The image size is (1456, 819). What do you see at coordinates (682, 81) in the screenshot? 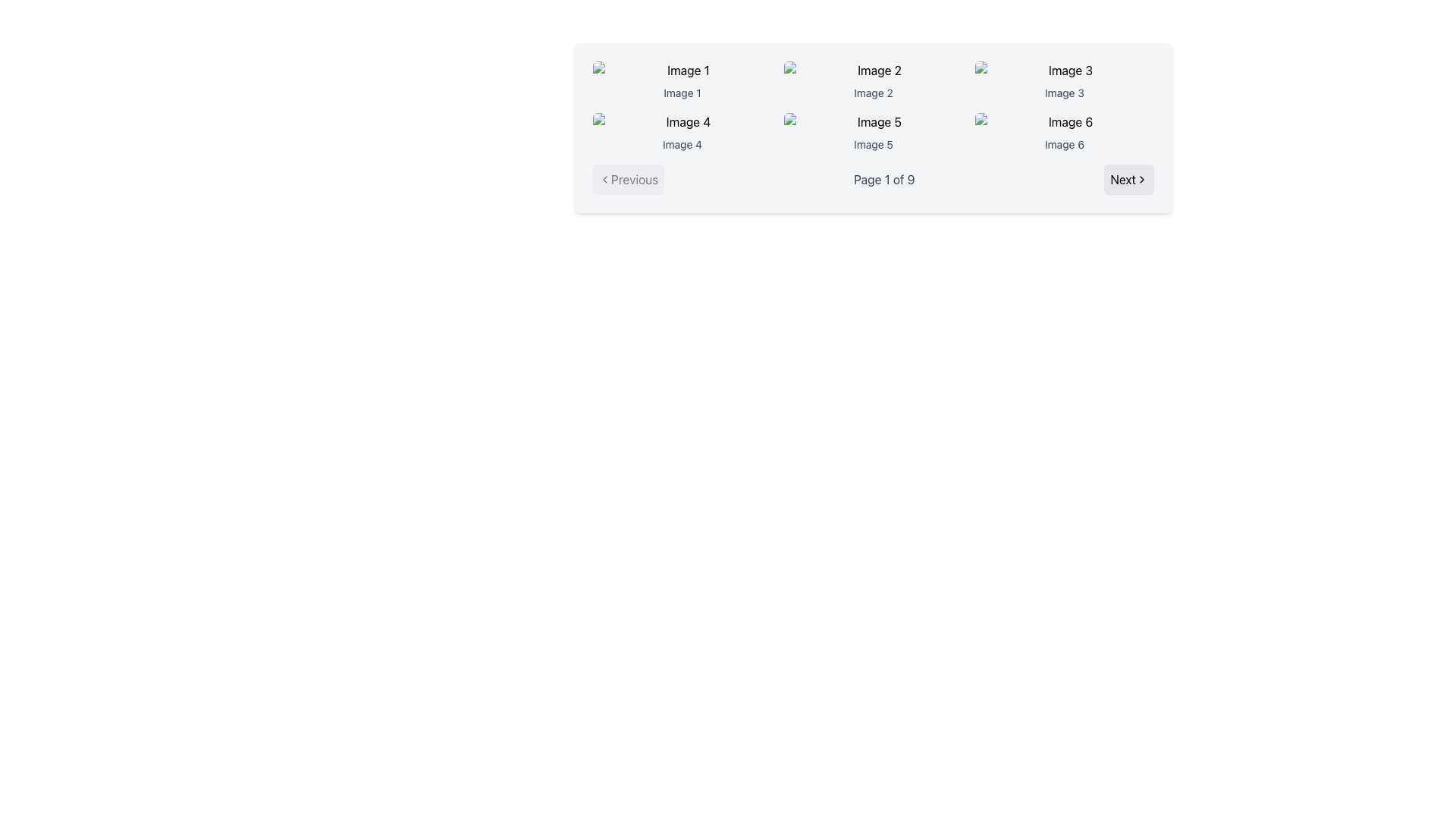
I see `the Image Cell, which features a thumbnail image with rounded corners and a caption reading 'Image 1', positioned in the top-left of a grid layout` at bounding box center [682, 81].